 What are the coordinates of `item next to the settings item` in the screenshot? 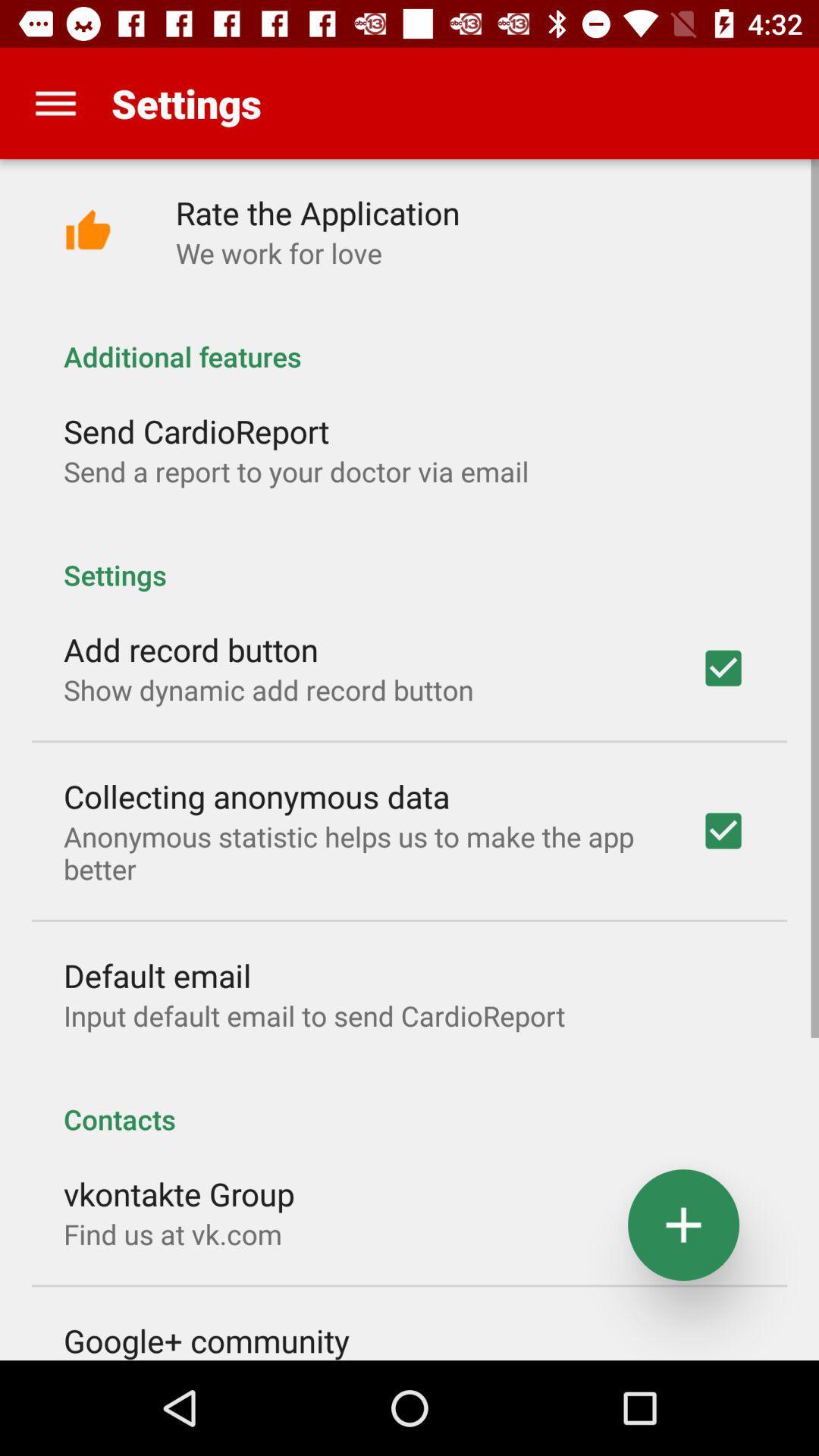 It's located at (55, 102).